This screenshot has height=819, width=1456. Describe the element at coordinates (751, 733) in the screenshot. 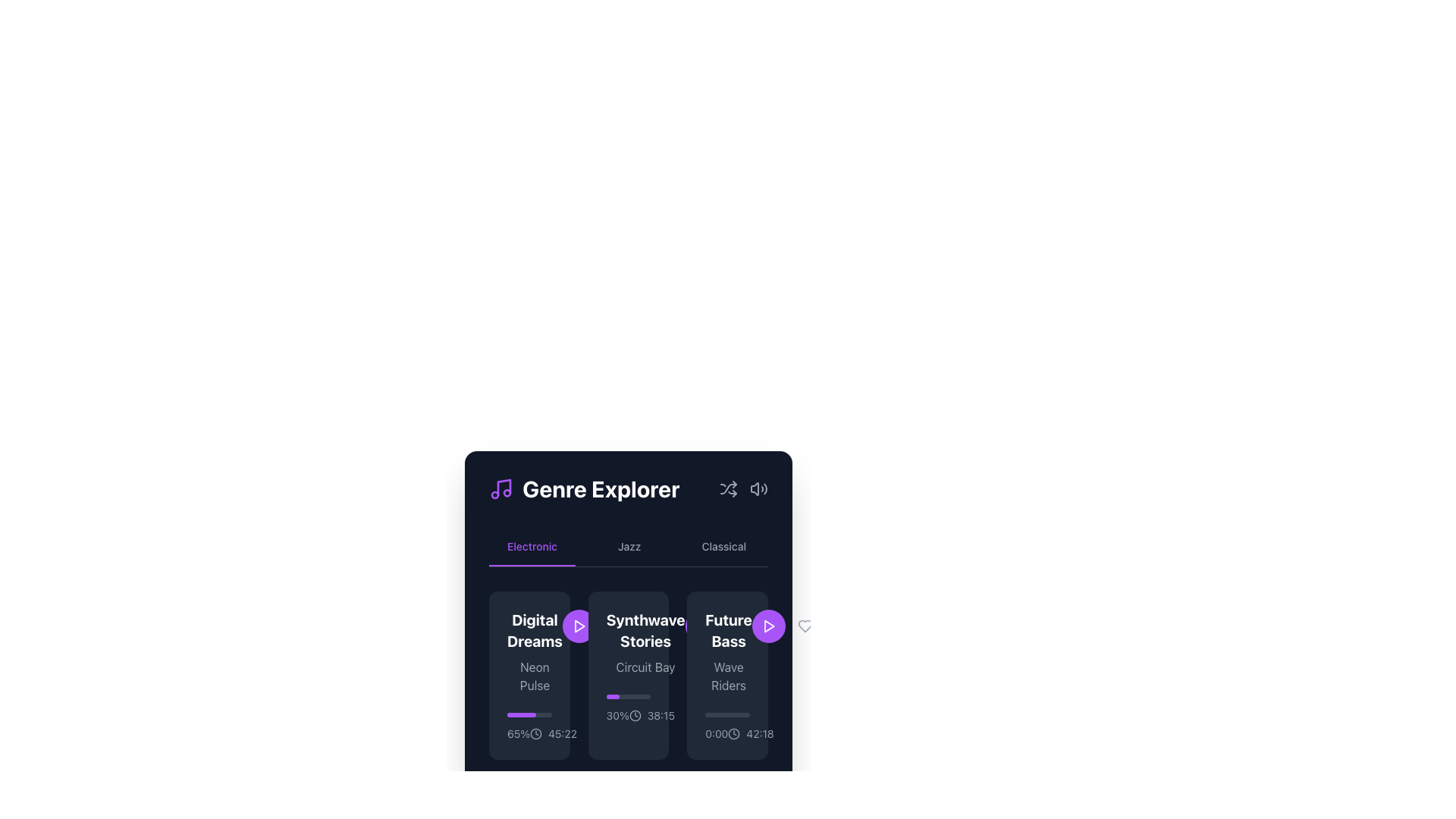

I see `the text-based informational display that shows the time duration for the 'Future Bass' audio track, located at the bottom-right corner of its card, aligned with the clock icon` at that location.